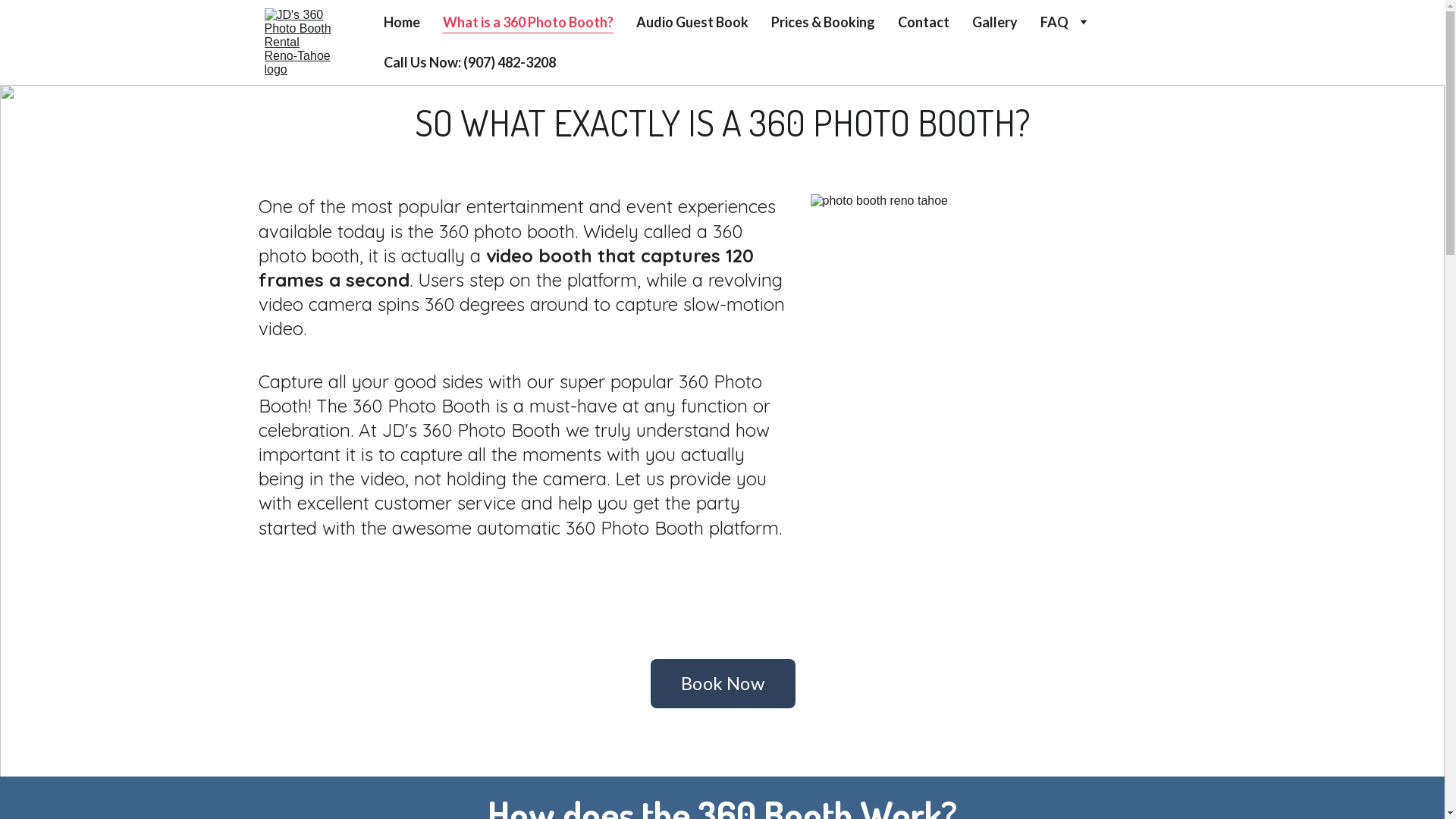 This screenshot has width=1456, height=819. Describe the element at coordinates (442, 22) in the screenshot. I see `'What is a 360 Photo Booth?'` at that location.